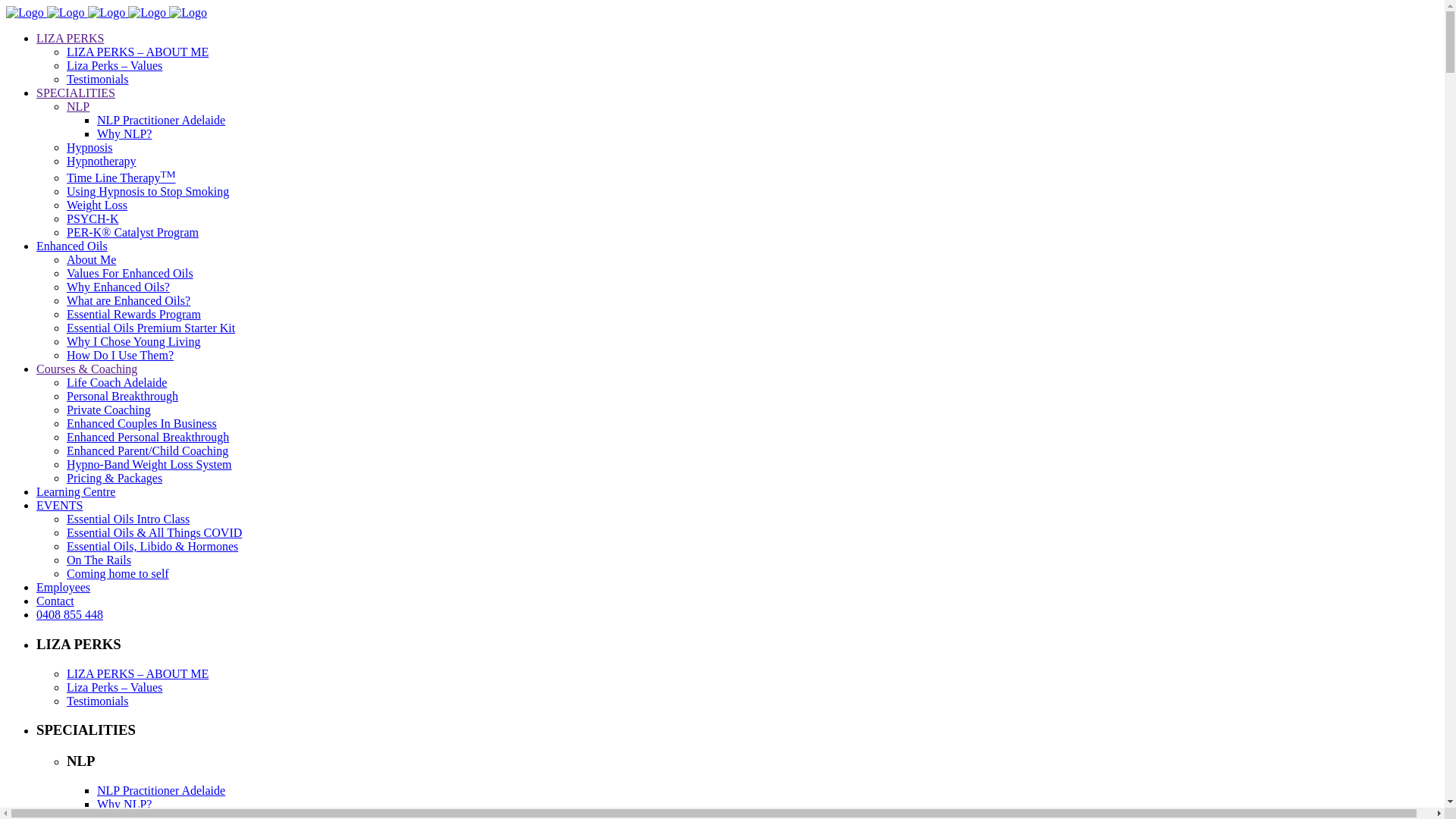 Image resolution: width=1456 pixels, height=819 pixels. I want to click on 'What are Enhanced Oils?', so click(128, 300).